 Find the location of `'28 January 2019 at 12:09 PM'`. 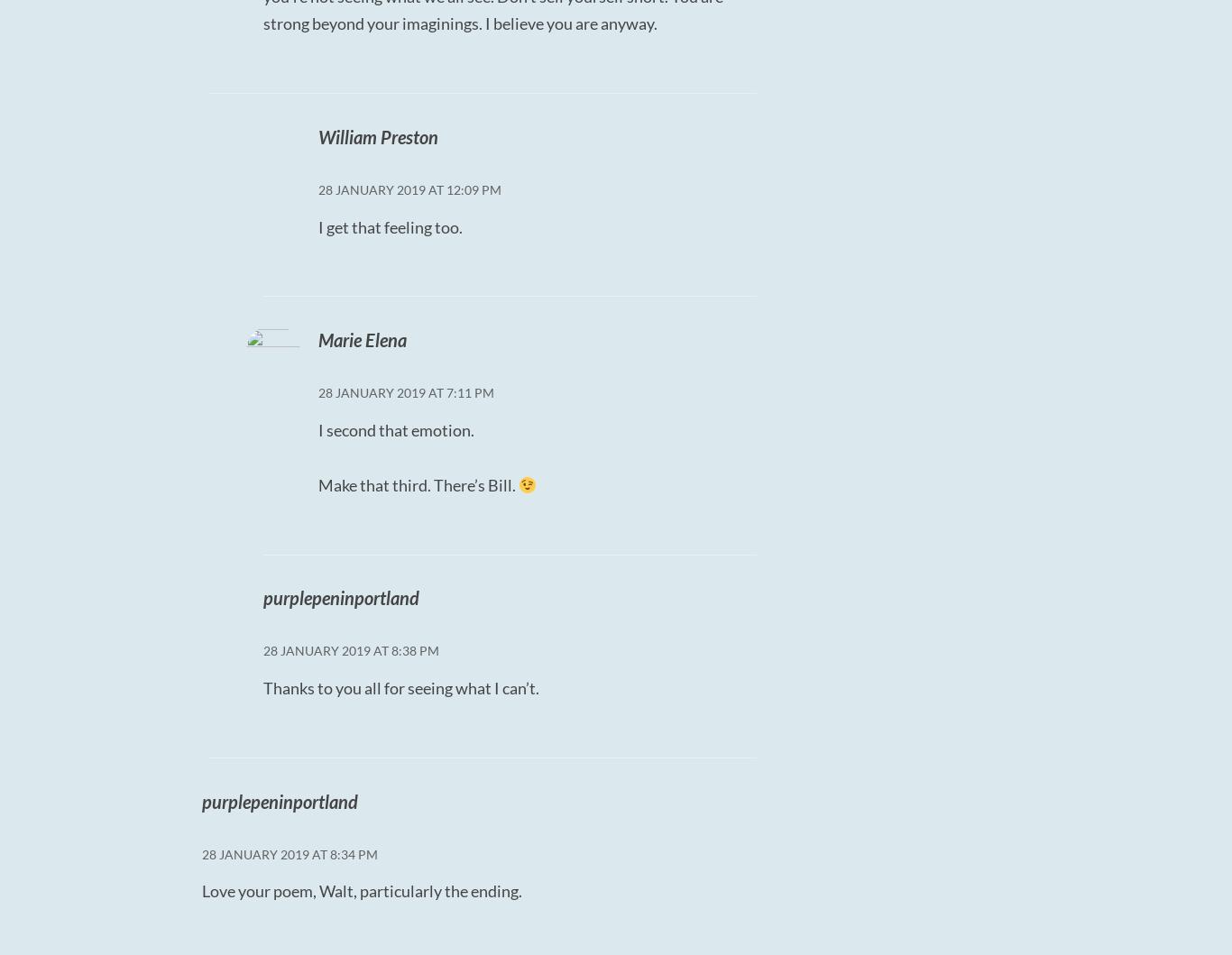

'28 January 2019 at 12:09 PM' is located at coordinates (408, 188).